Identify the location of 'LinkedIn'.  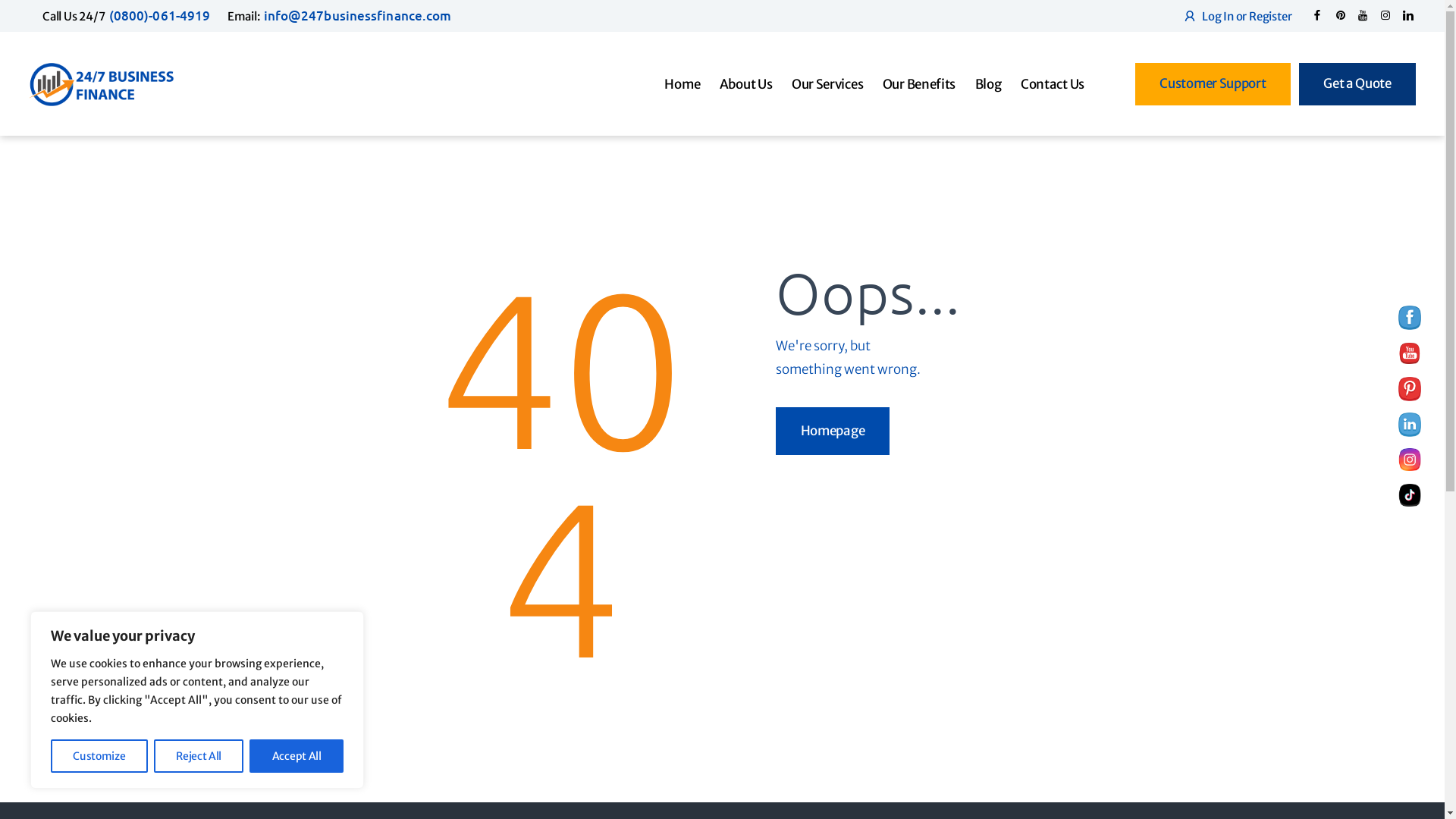
(1397, 424).